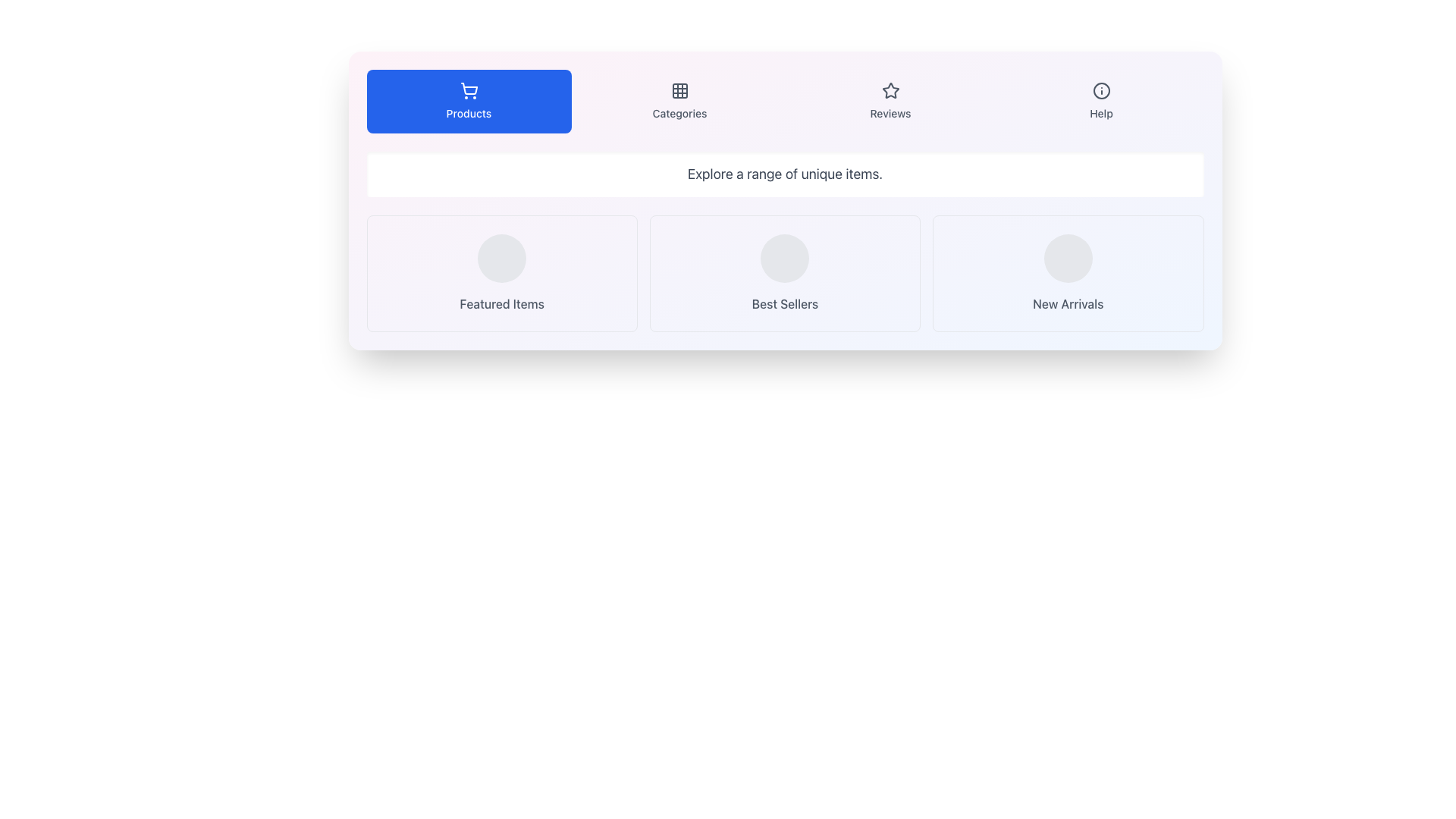  What do you see at coordinates (890, 102) in the screenshot?
I see `the 'Reviews' navigation button located in the horizontal navigation bar, specifically the third option from the left, positioned between 'Categories' and 'Help'` at bounding box center [890, 102].